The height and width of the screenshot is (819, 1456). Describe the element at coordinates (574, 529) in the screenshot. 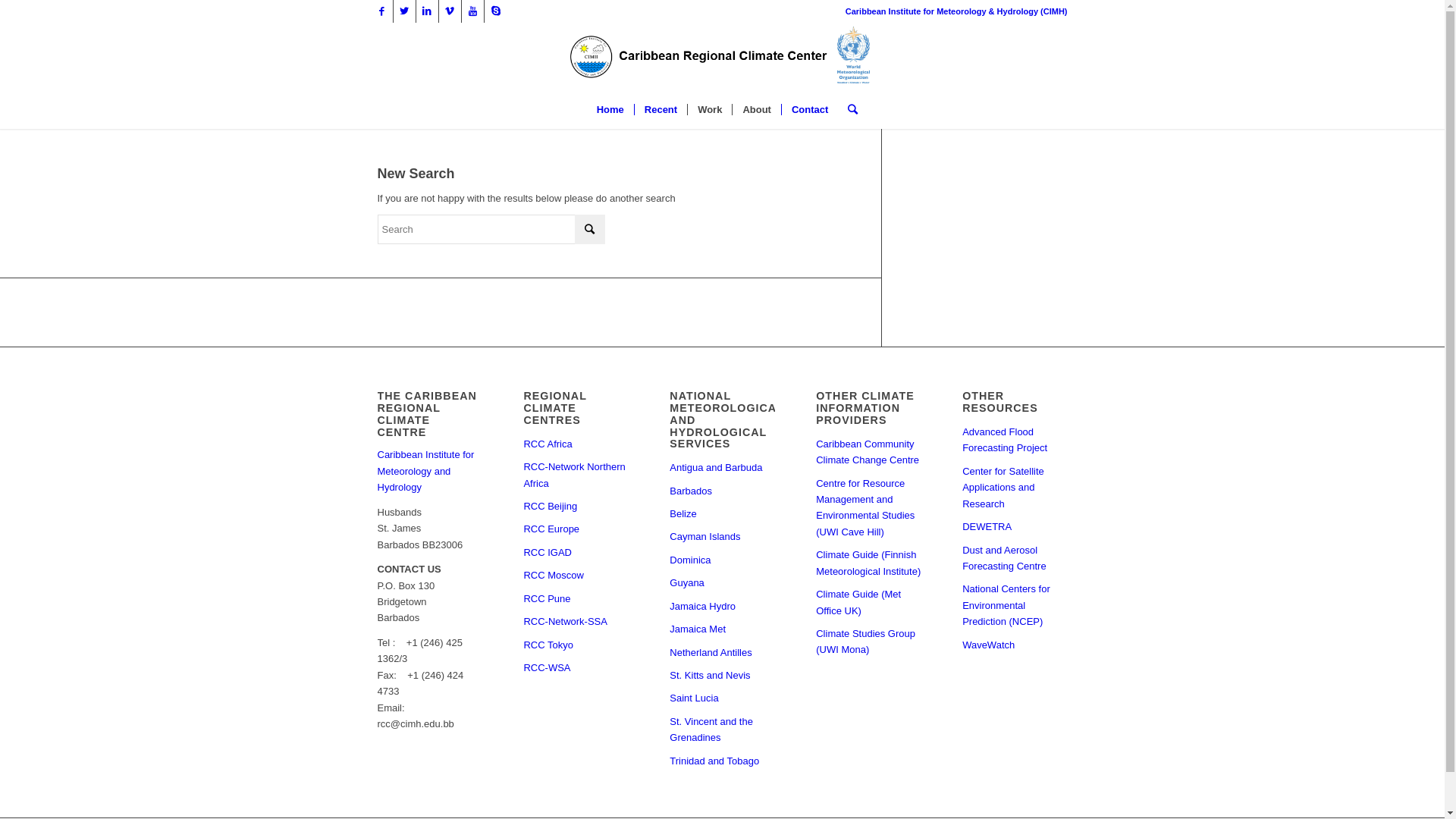

I see `'RCC Europe'` at that location.